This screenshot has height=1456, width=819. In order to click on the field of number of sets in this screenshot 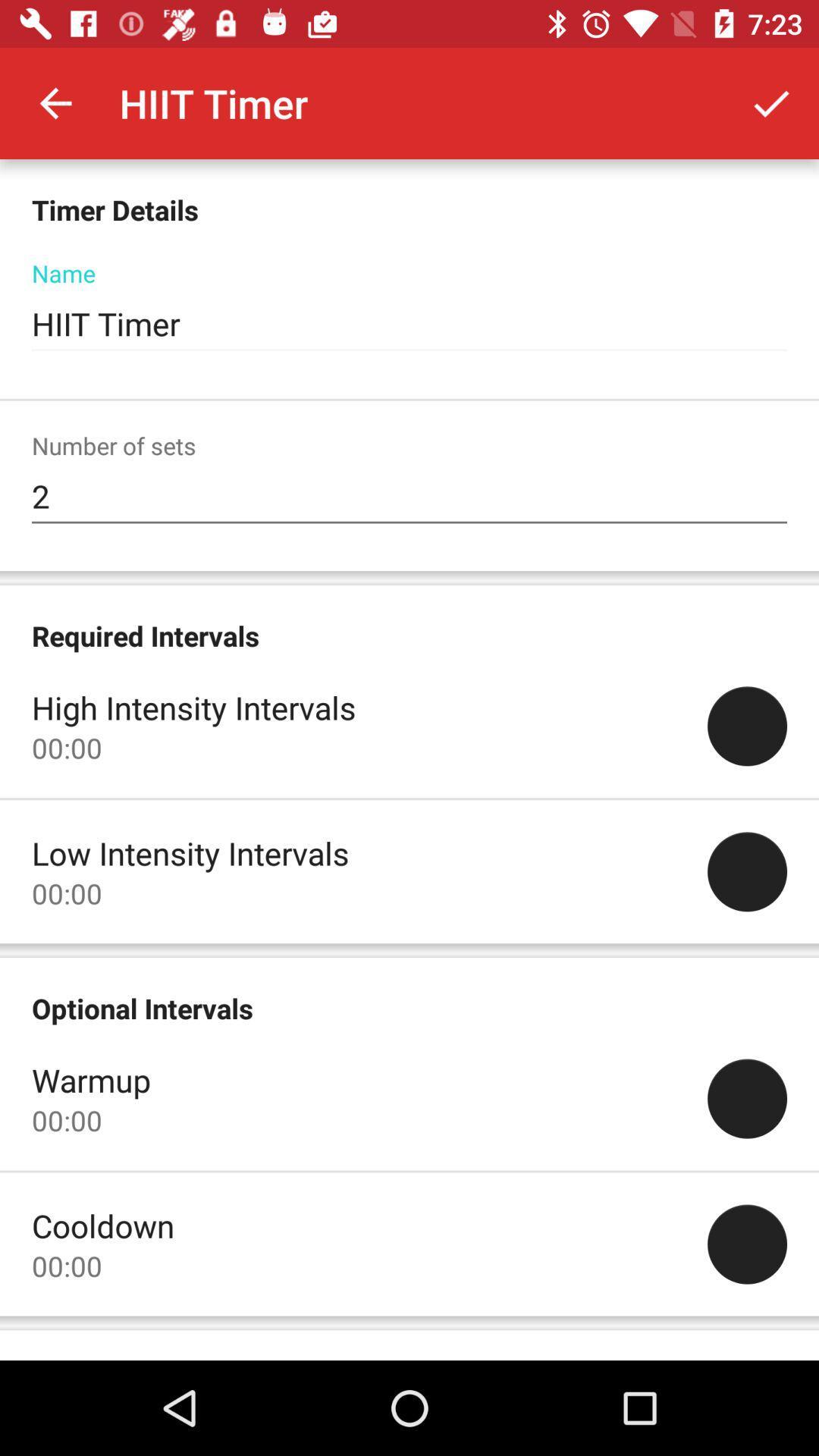, I will do `click(409, 496)`.